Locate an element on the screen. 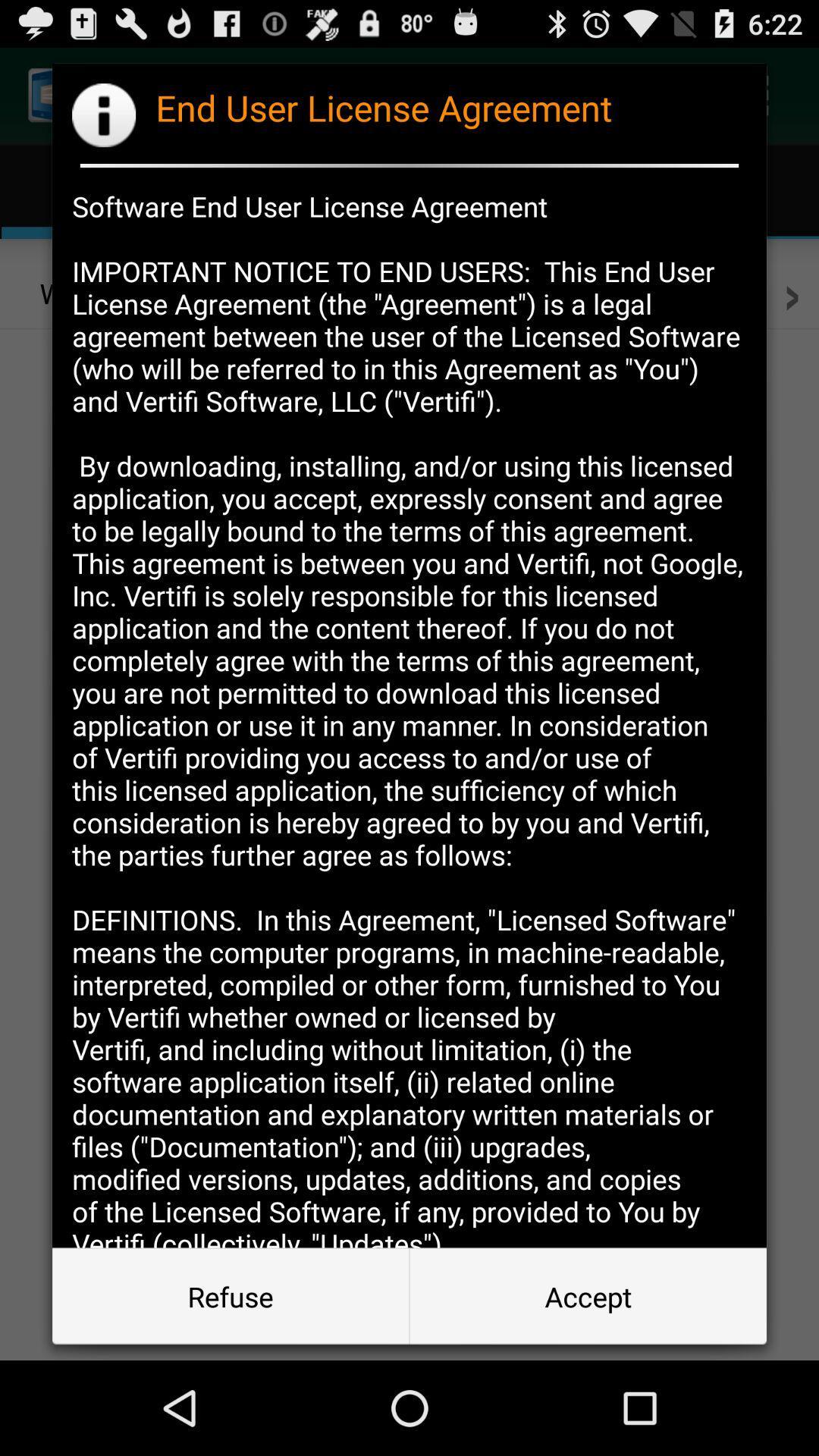 The image size is (819, 1456). the item to the right of refuse is located at coordinates (587, 1295).